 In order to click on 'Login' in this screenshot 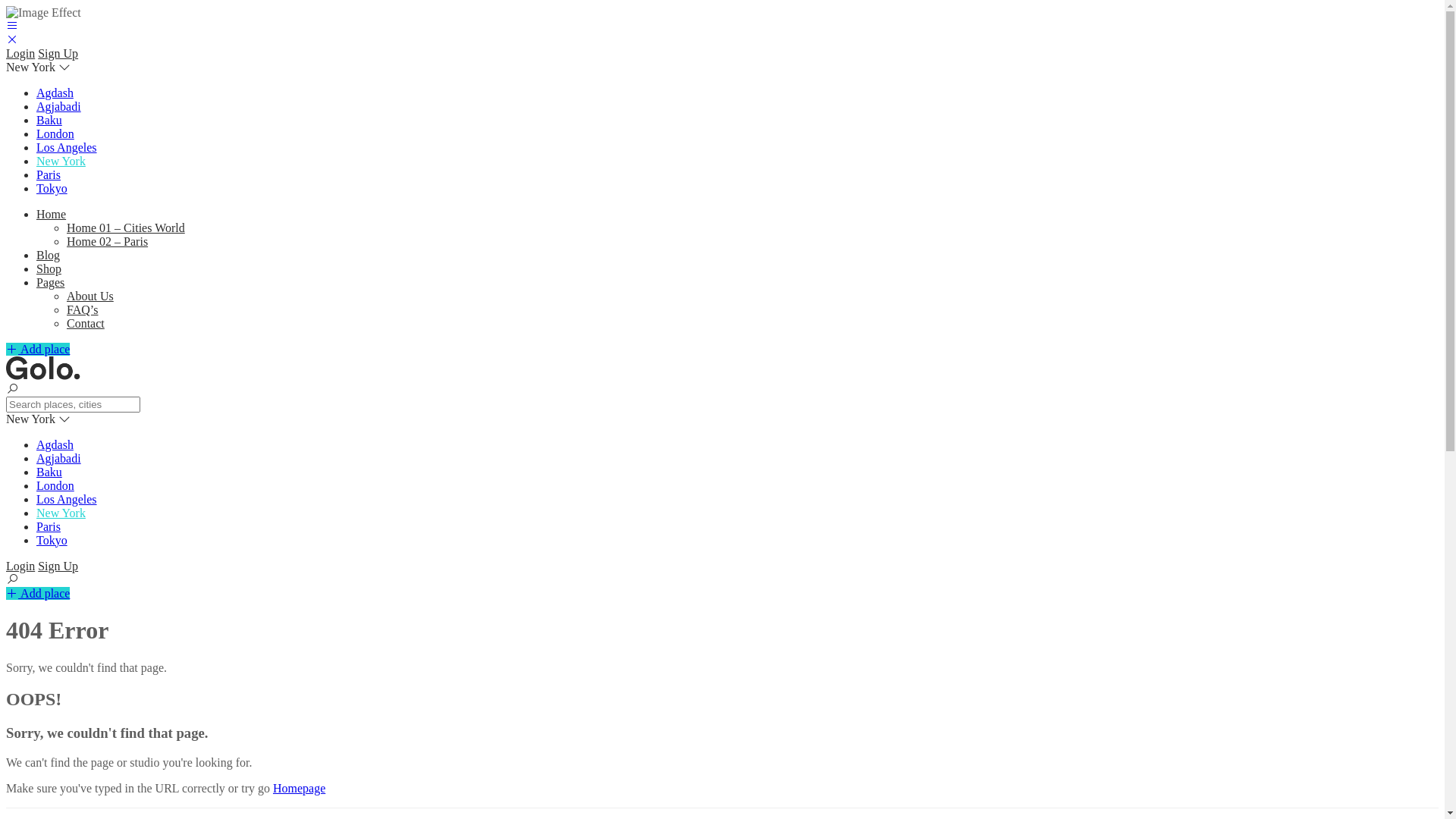, I will do `click(20, 52)`.